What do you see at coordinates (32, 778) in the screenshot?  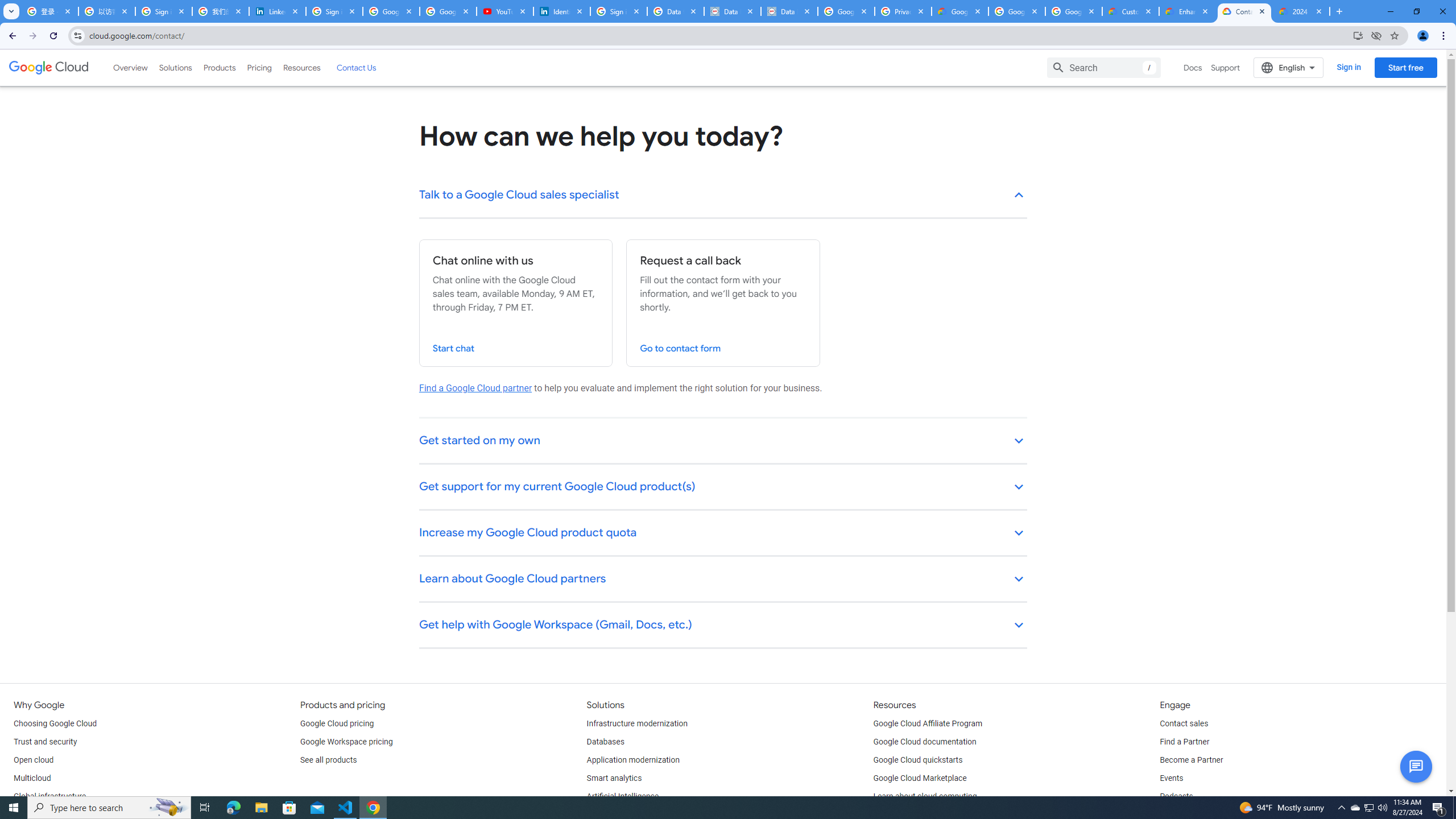 I see `'Multicloud'` at bounding box center [32, 778].